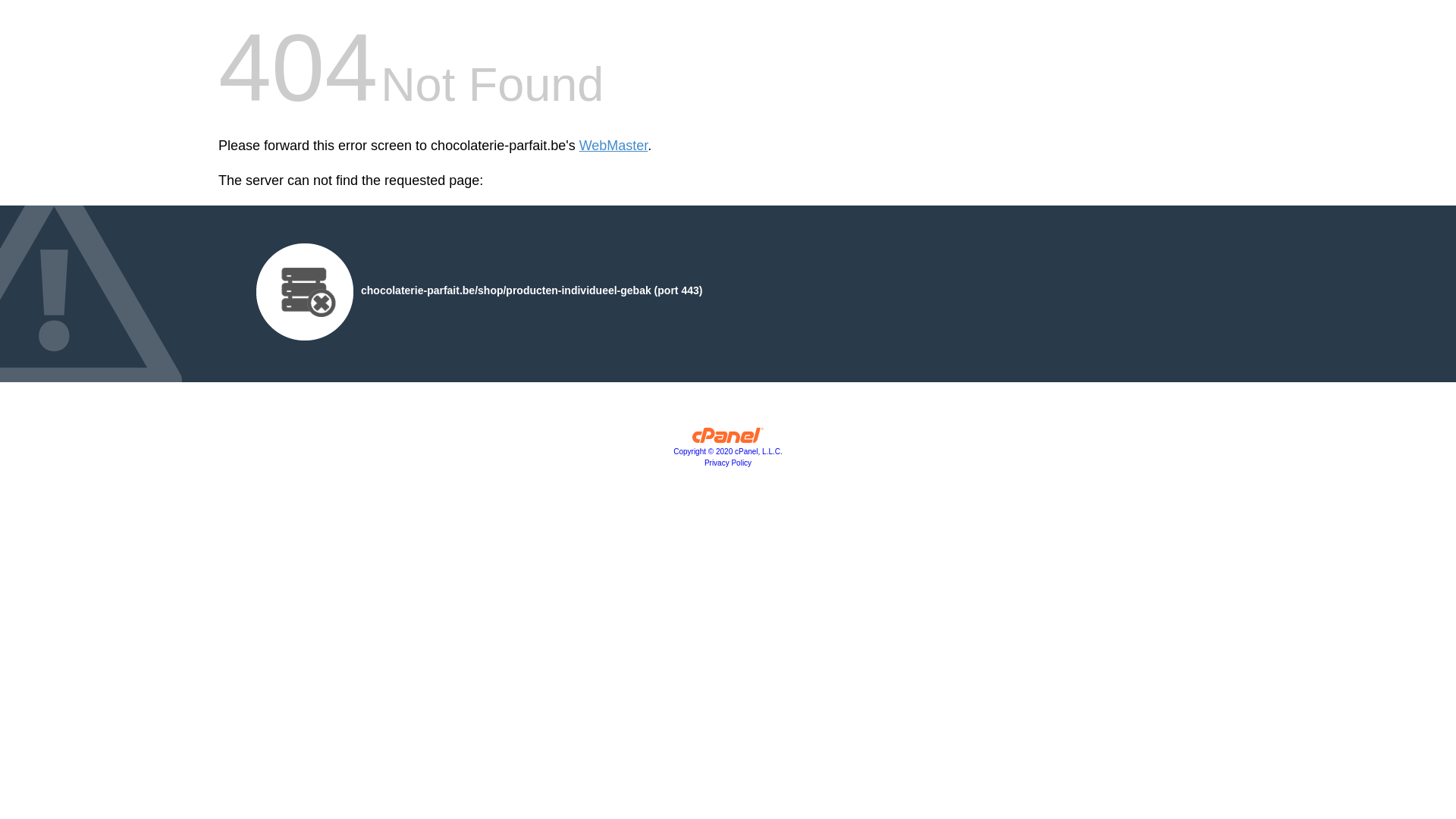 Image resolution: width=1456 pixels, height=819 pixels. Describe the element at coordinates (728, 462) in the screenshot. I see `'Privacy Policy'` at that location.